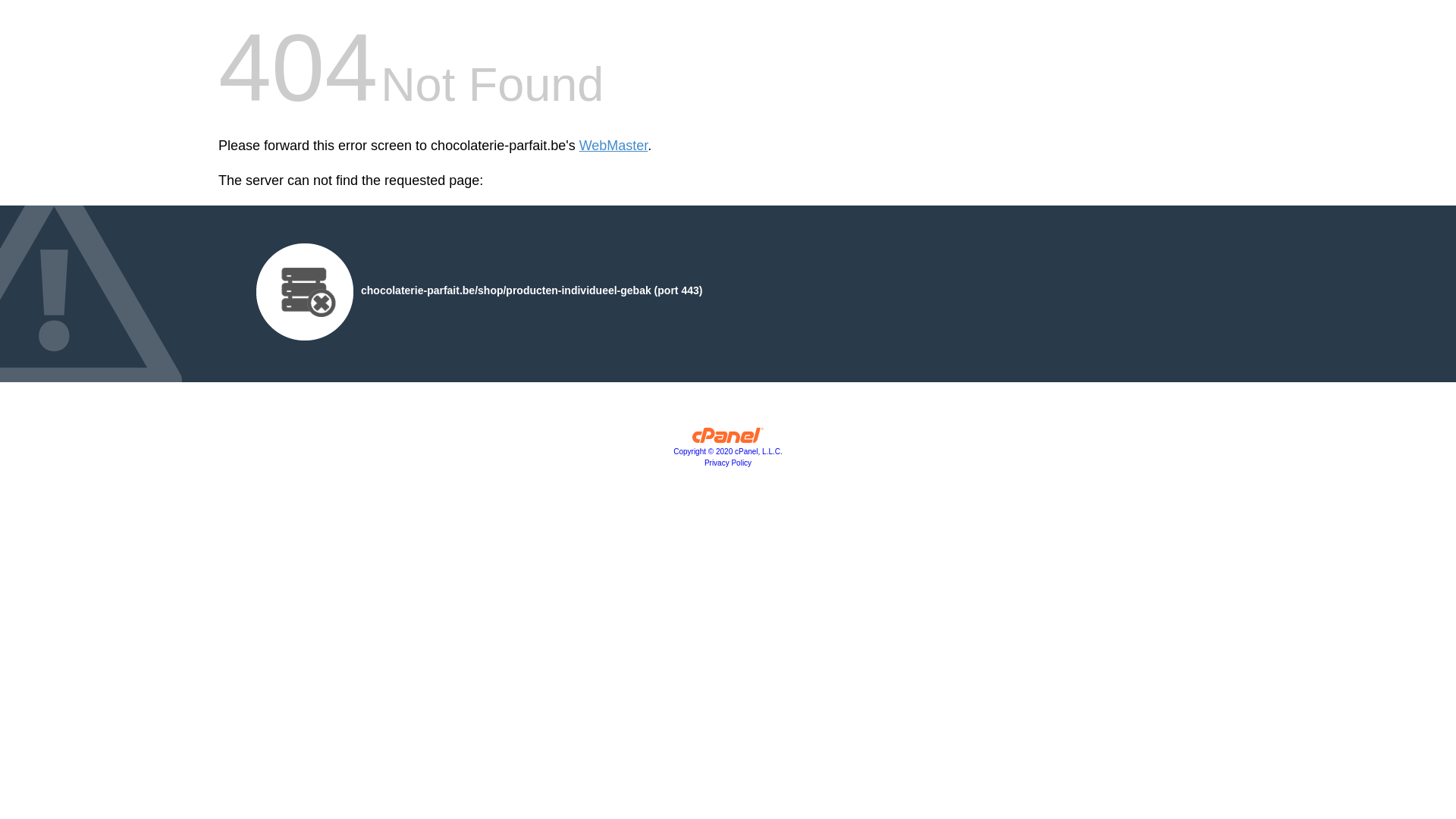 Image resolution: width=1456 pixels, height=819 pixels. Describe the element at coordinates (728, 462) in the screenshot. I see `'Privacy Policy'` at that location.